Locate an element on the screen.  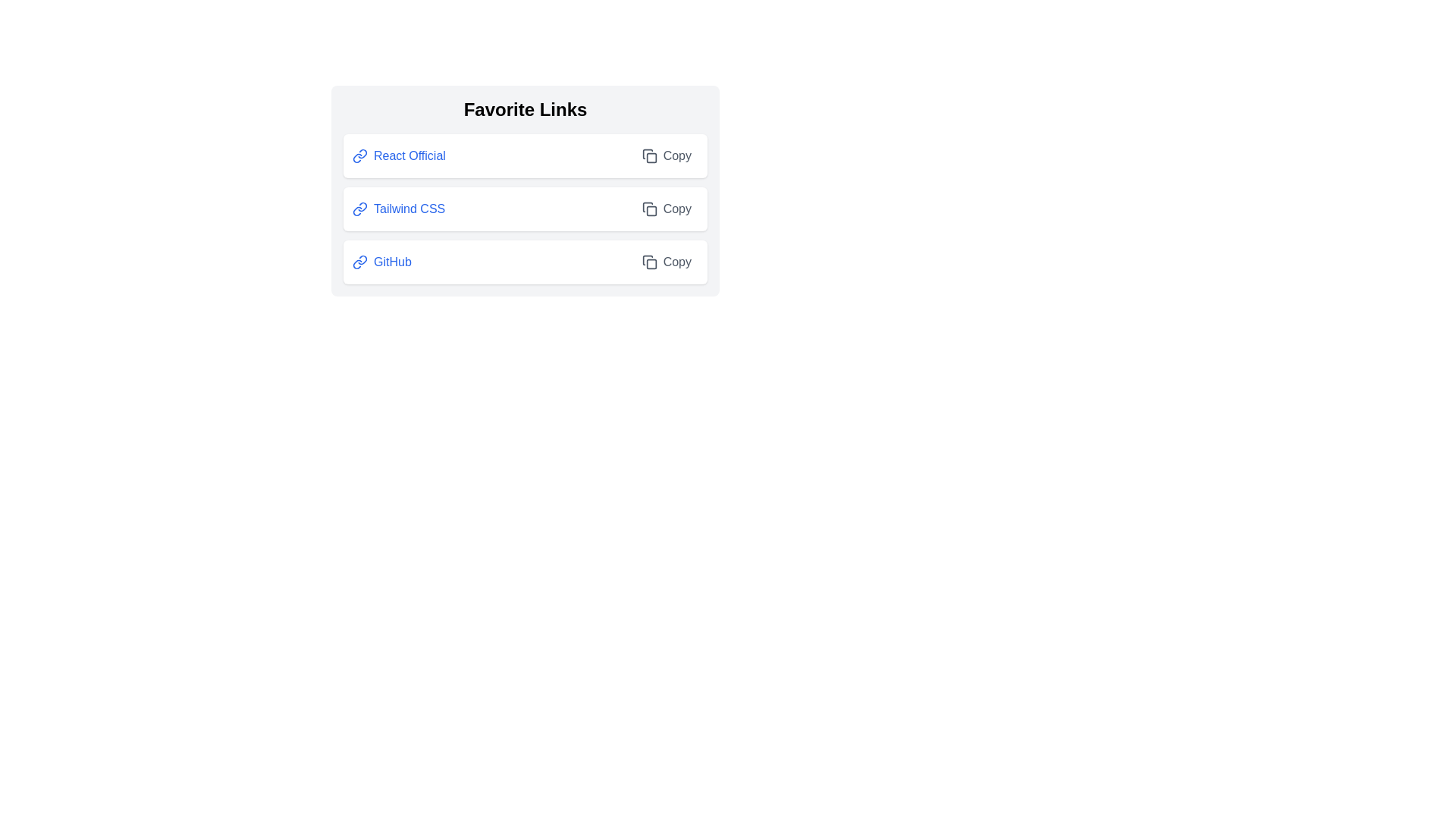
the copy icon located to the right of the 'Copy' text label in the second row of the 'Favorite Links' list to copy the associated link or text for 'Tailwind CSS' is located at coordinates (649, 209).